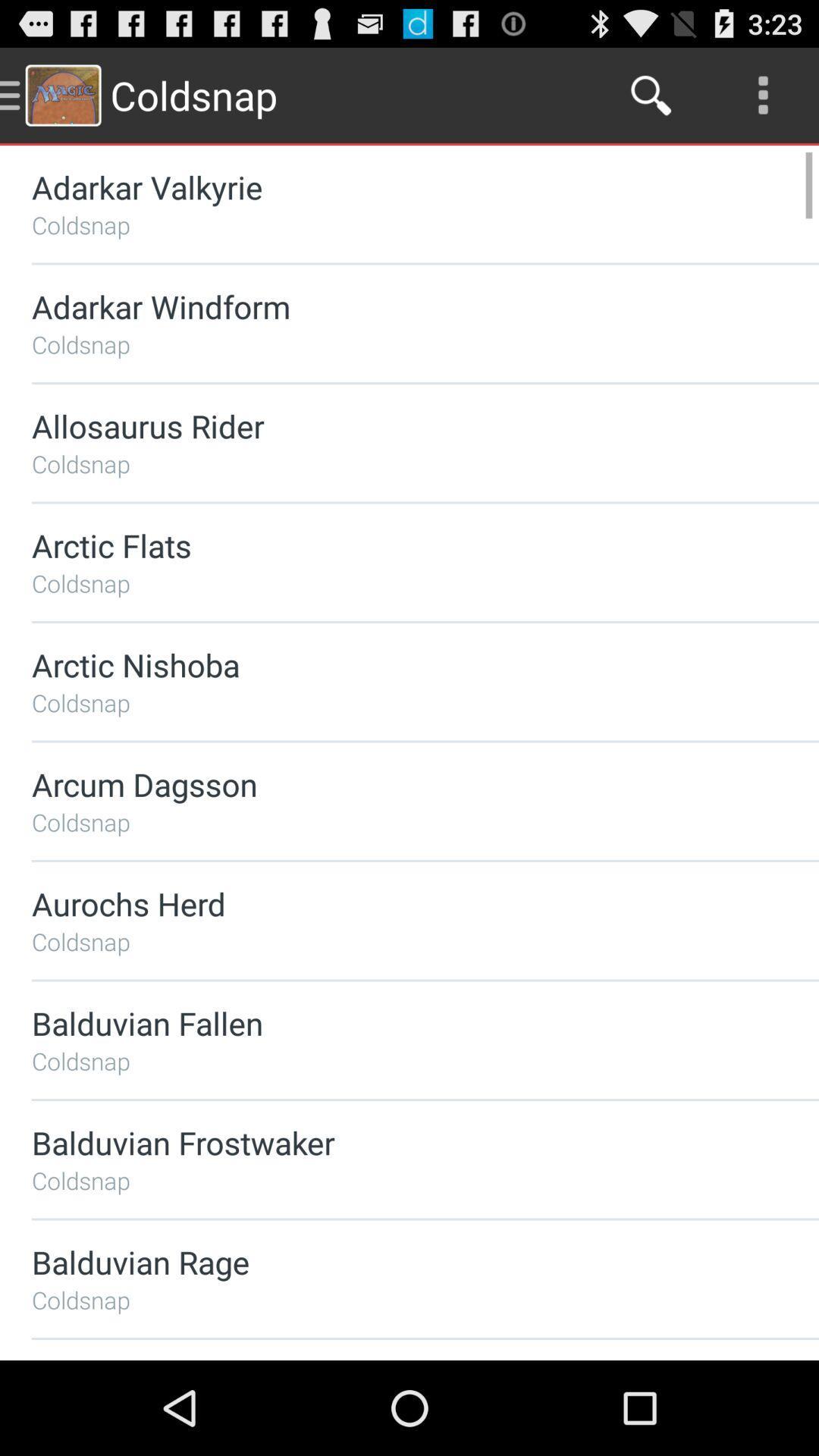  I want to click on the balduvian rage item, so click(384, 1262).